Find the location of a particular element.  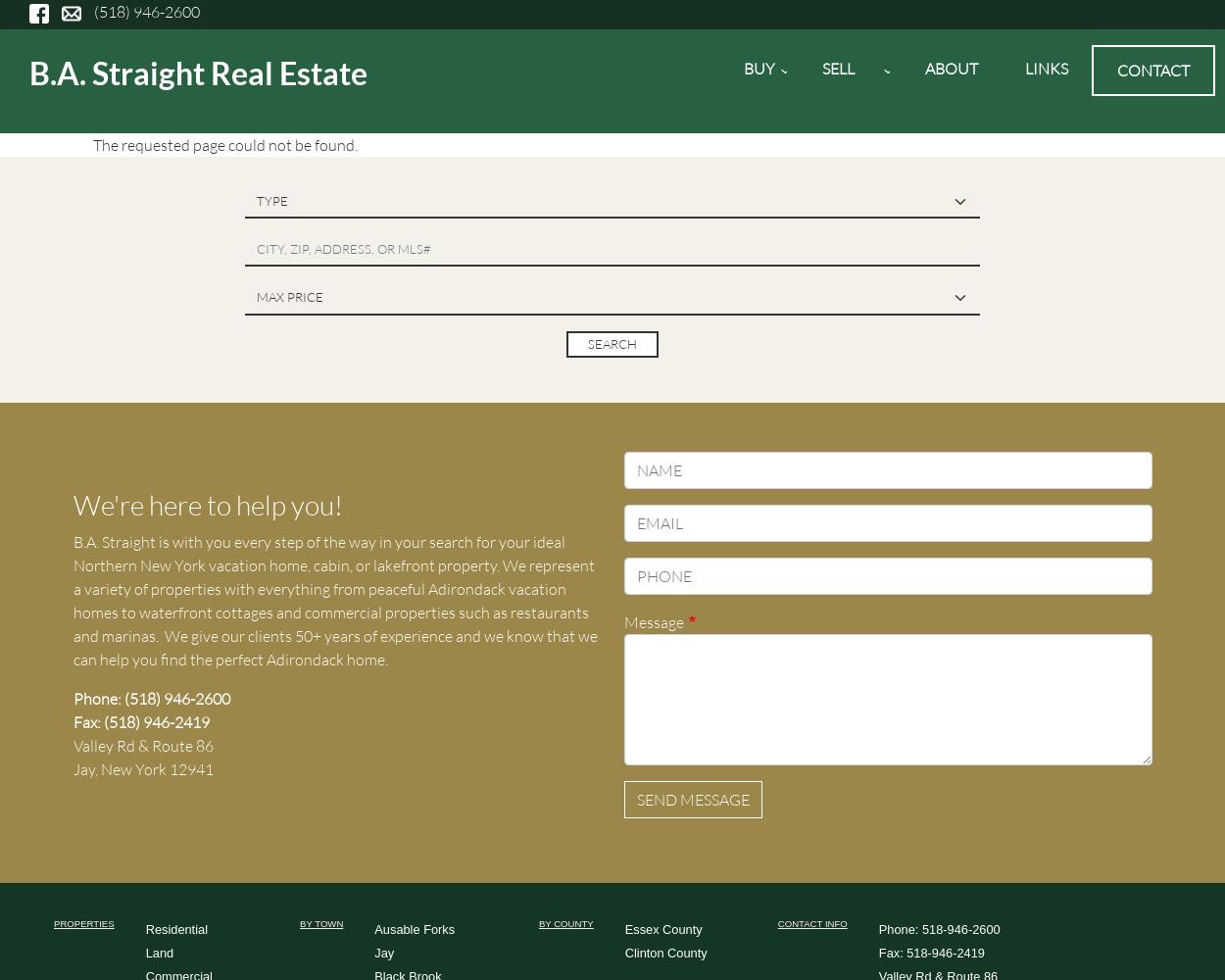

'By Town' is located at coordinates (320, 922).